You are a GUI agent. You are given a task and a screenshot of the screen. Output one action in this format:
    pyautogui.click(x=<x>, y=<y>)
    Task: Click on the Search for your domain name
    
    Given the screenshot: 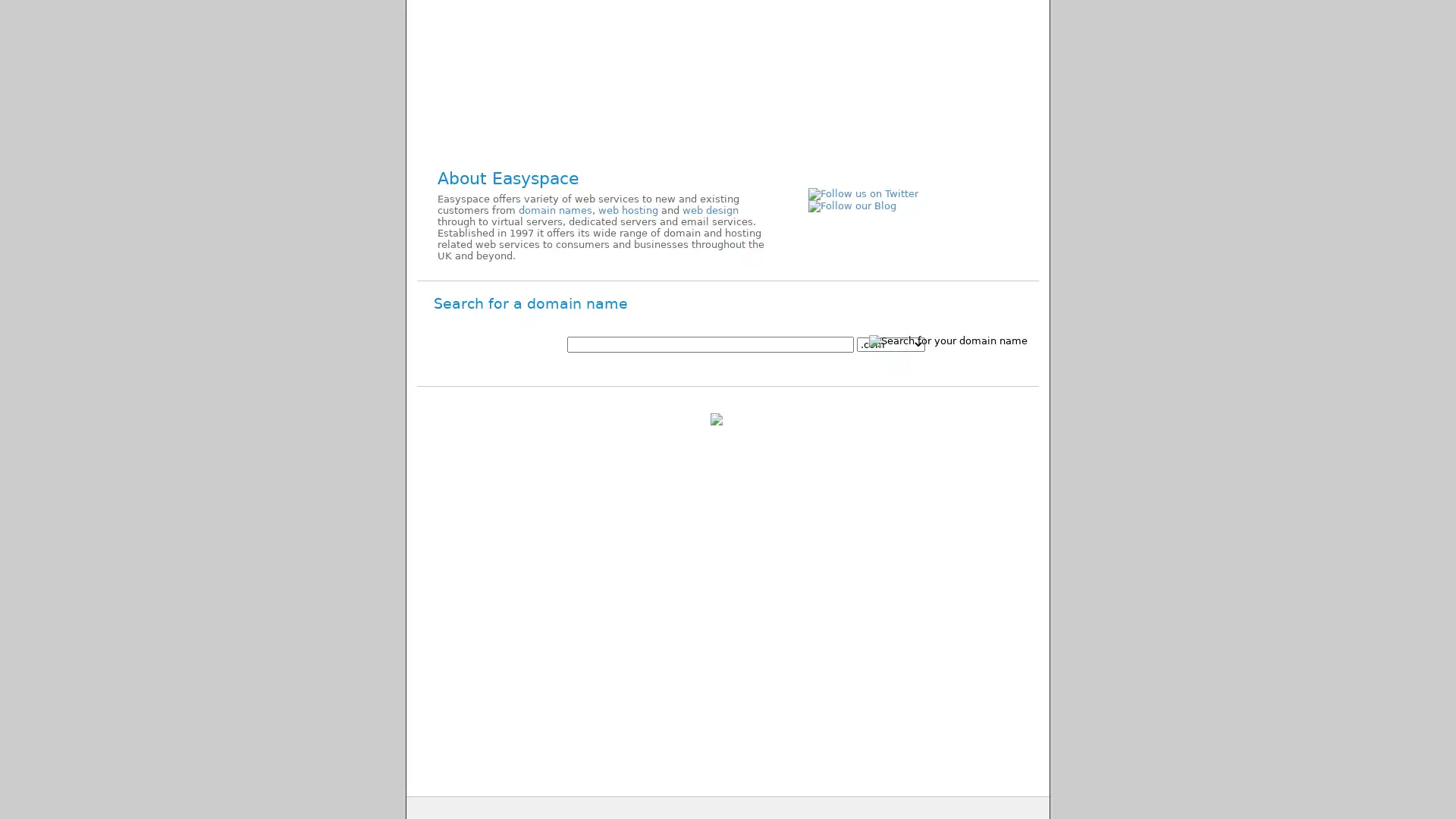 What is the action you would take?
    pyautogui.click(x=947, y=339)
    